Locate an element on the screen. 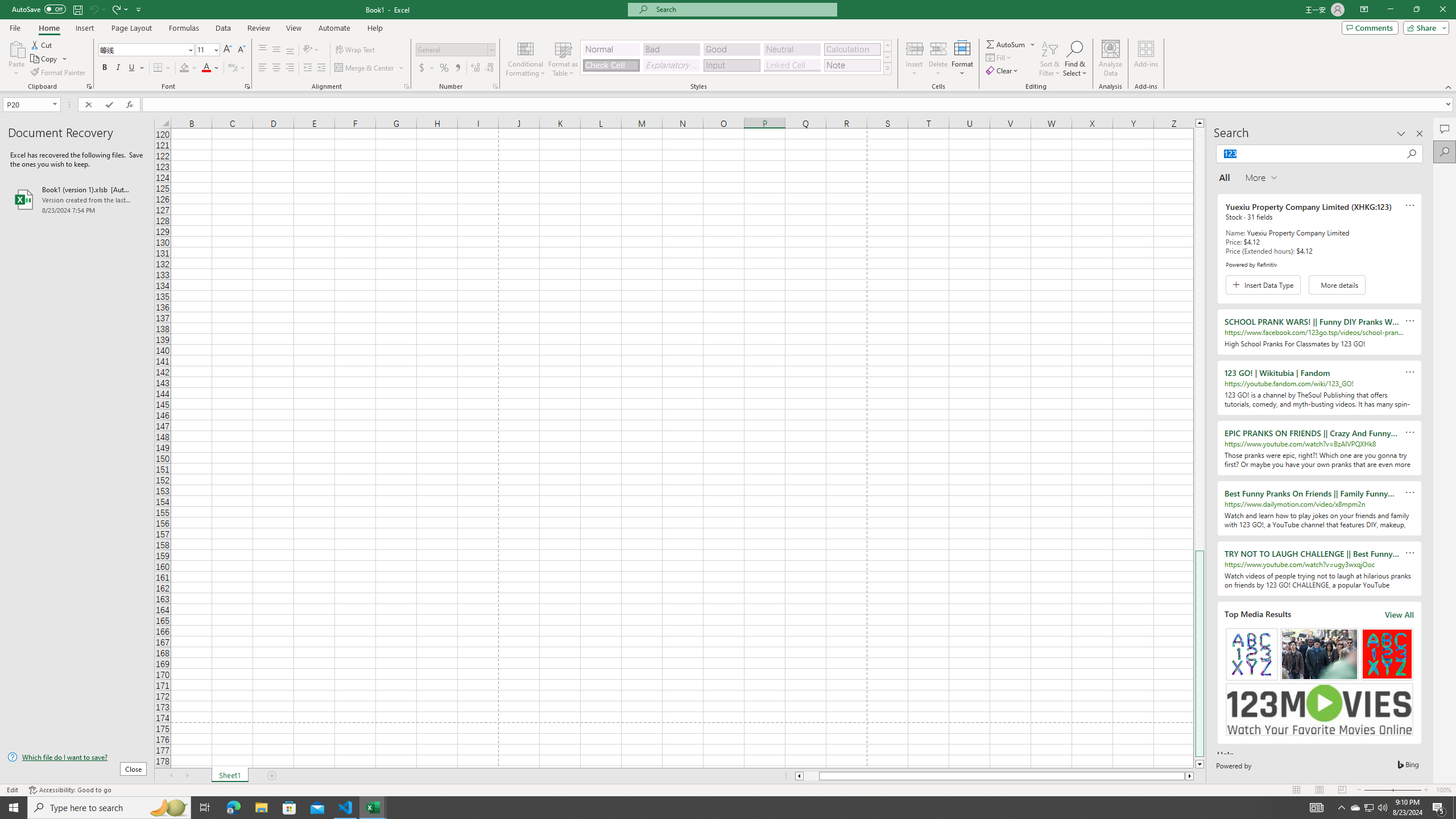  'Explanatory Text' is located at coordinates (672, 65).